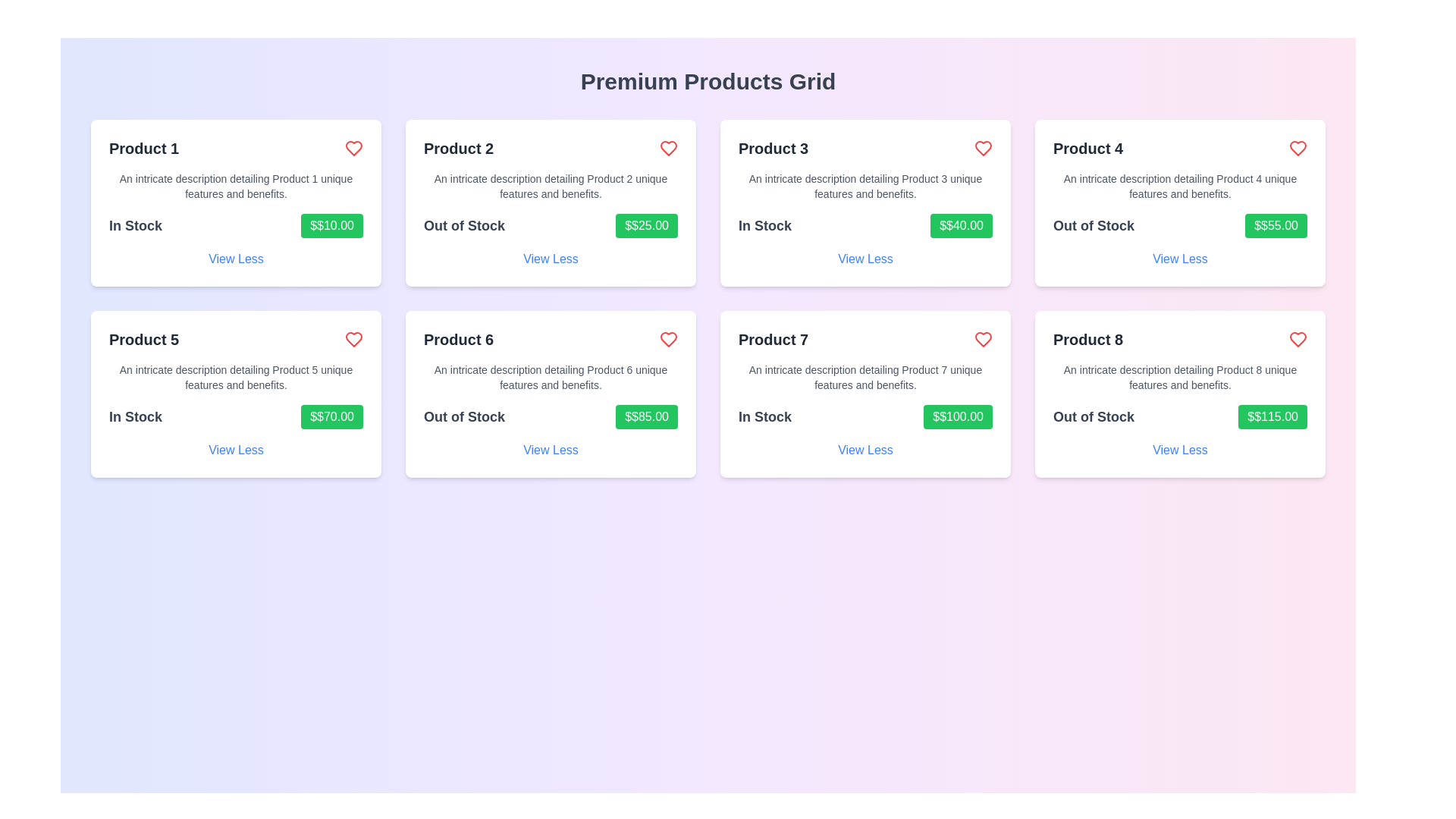  What do you see at coordinates (865, 376) in the screenshot?
I see `the text block that describes the unique features and benefits of 'Product 7', which is styled with a small, lighter gray font and is located within a white card layout in the second row, third column of the grid` at bounding box center [865, 376].